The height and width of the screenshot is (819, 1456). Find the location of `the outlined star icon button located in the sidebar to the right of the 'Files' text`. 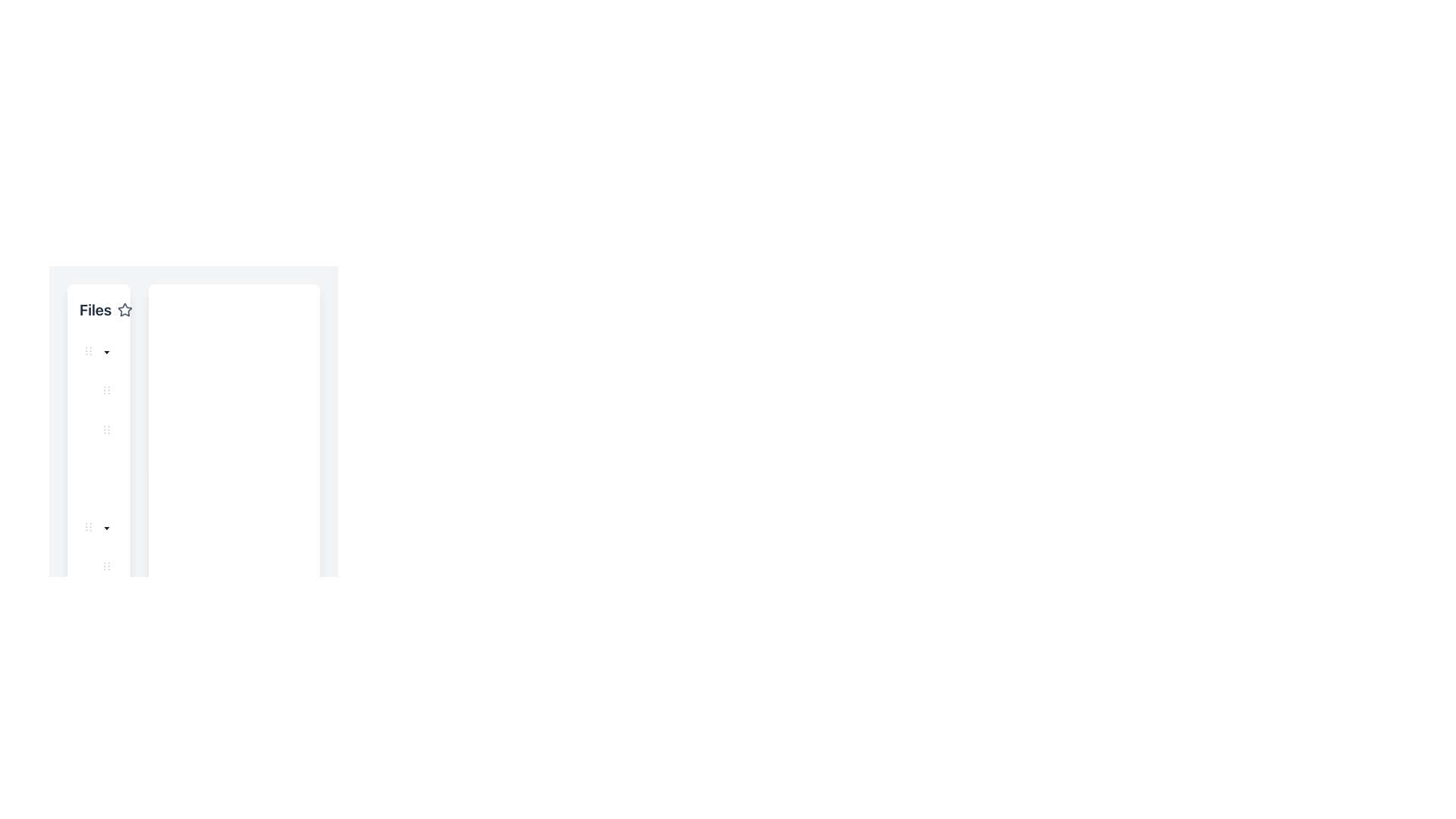

the outlined star icon button located in the sidebar to the right of the 'Files' text is located at coordinates (125, 309).